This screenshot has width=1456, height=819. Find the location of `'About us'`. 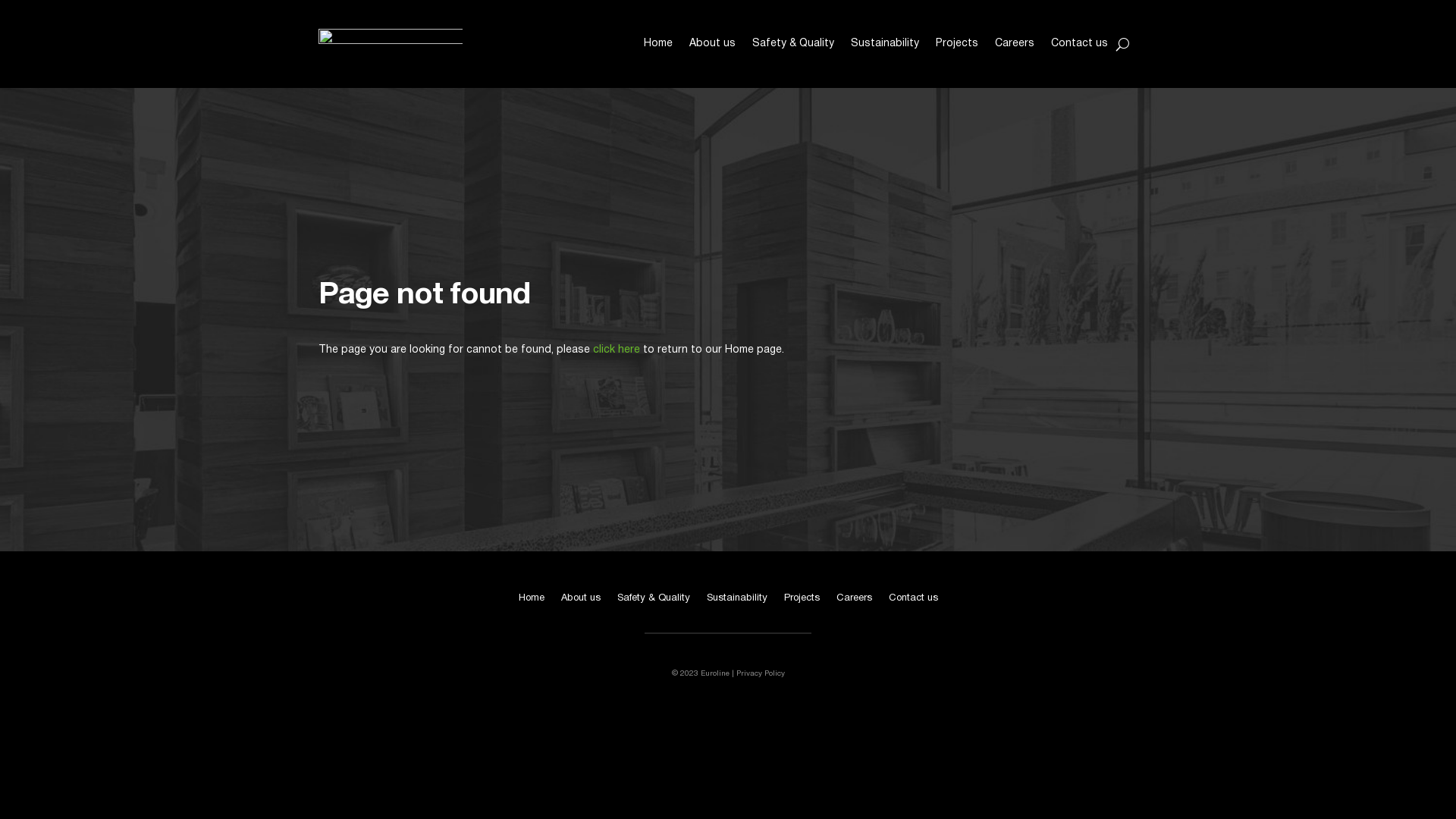

'About us' is located at coordinates (580, 601).